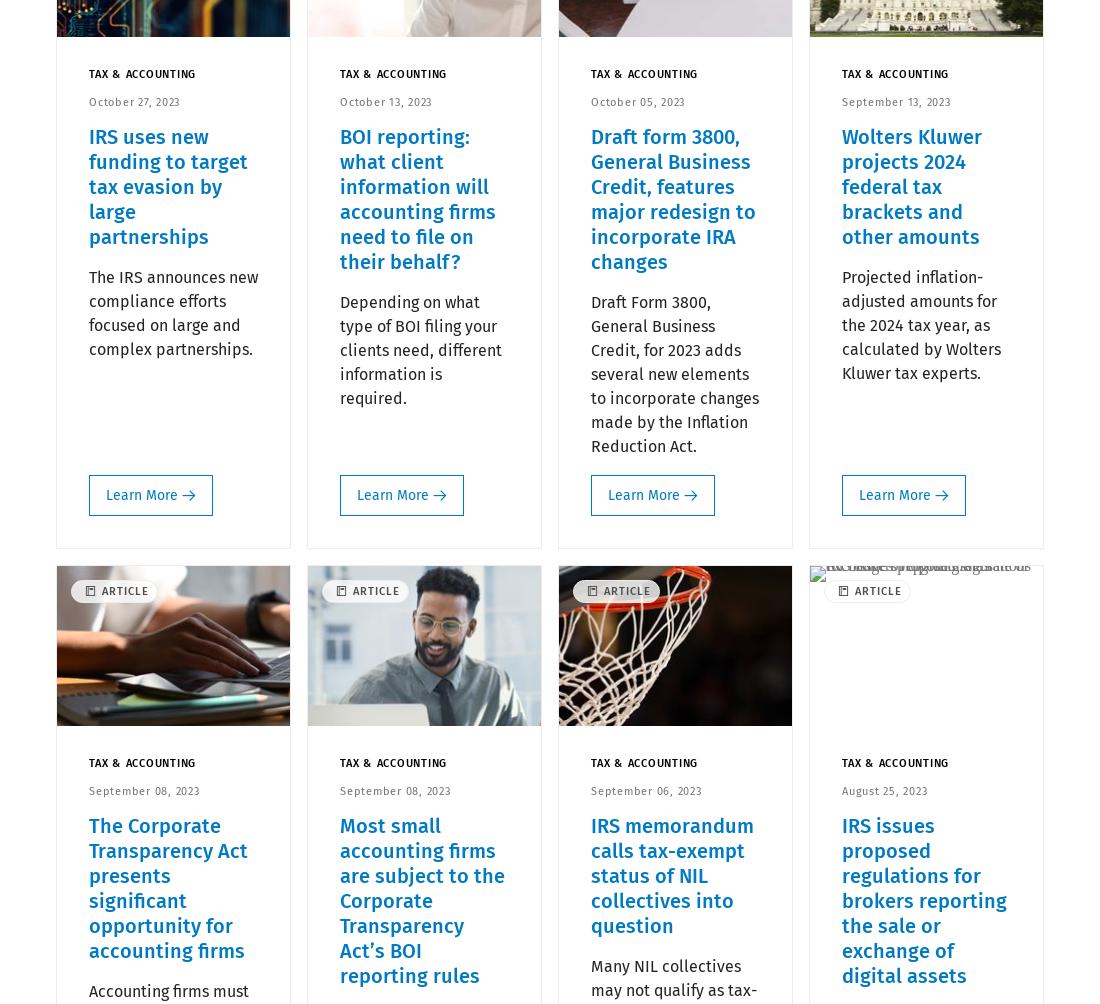  What do you see at coordinates (88, 886) in the screenshot?
I see `'The Corporate Transparency Act presents significant opportunity for accounting firms'` at bounding box center [88, 886].